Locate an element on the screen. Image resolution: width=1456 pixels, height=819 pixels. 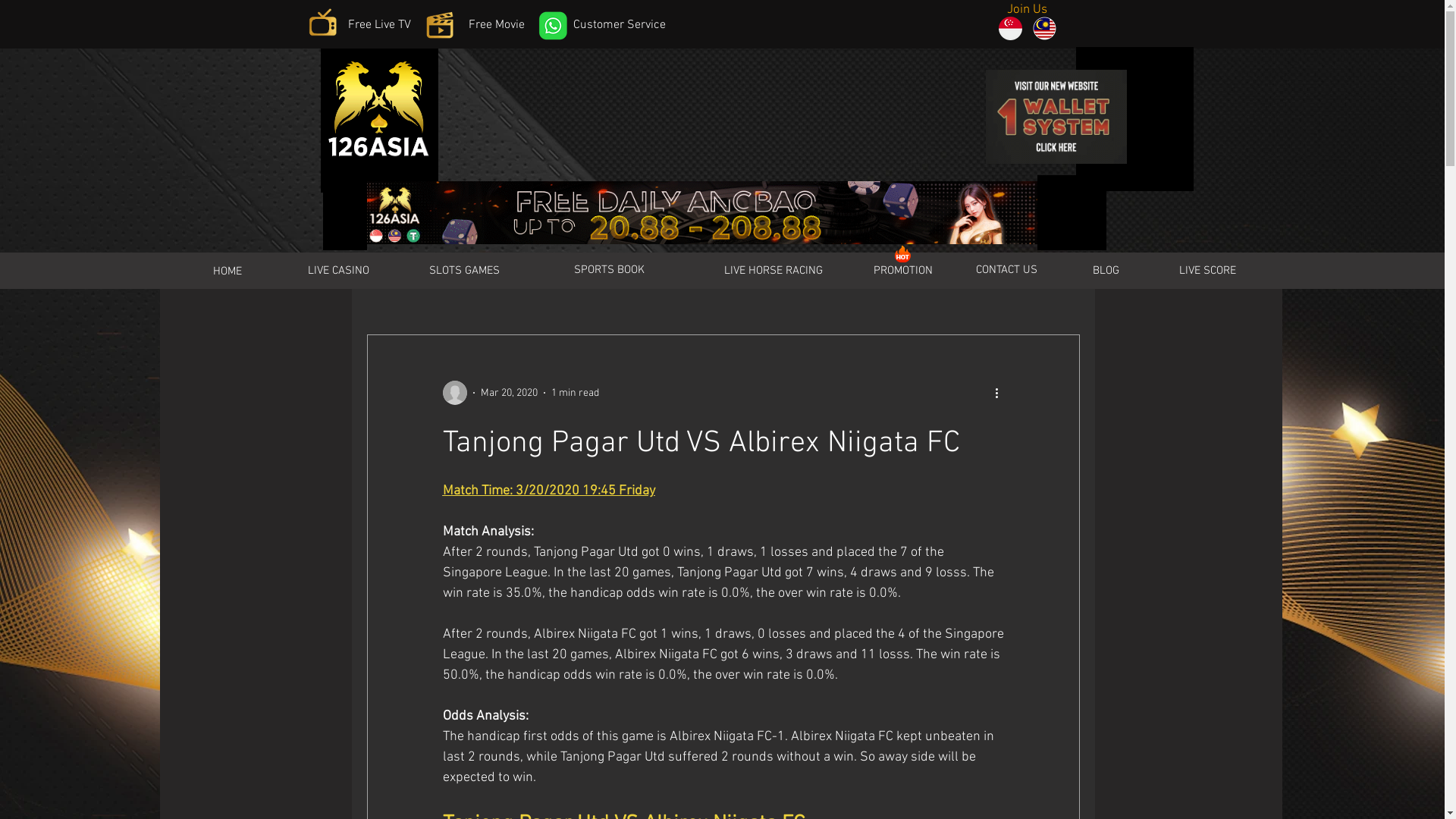
'LIVE SCORE' is located at coordinates (1207, 270).